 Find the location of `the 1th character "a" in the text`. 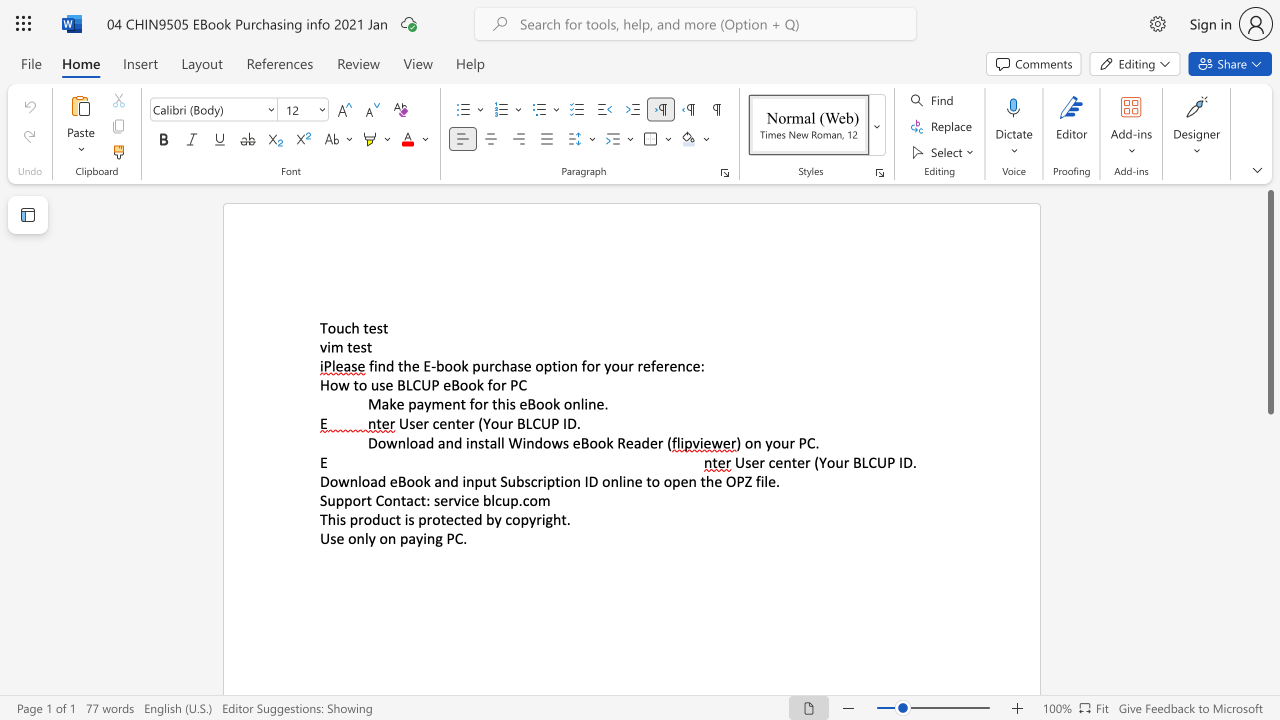

the 1th character "a" in the text is located at coordinates (411, 537).